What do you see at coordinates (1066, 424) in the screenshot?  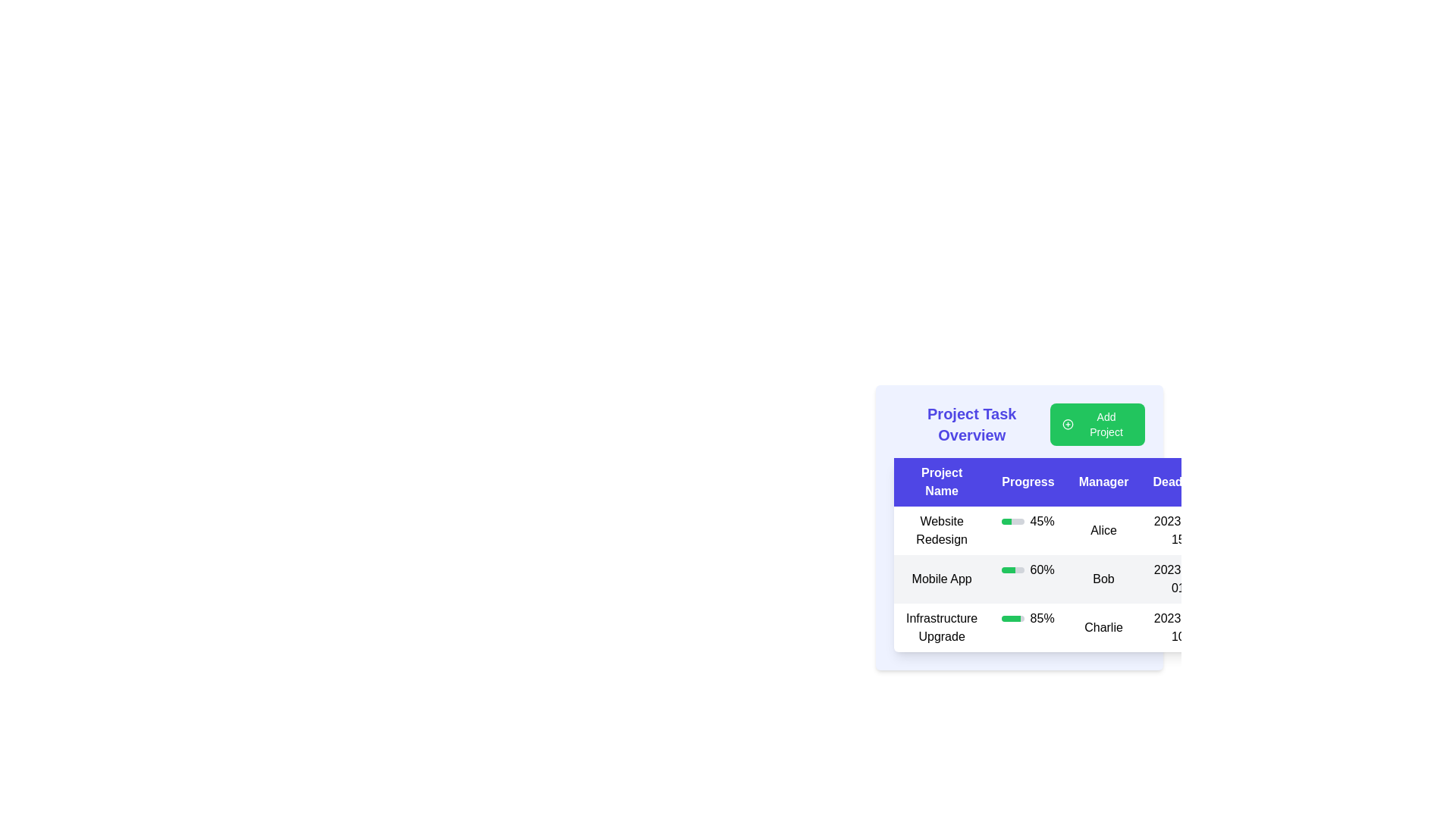 I see `the green plus sign icon located to the left of the 'Add Project' button in the top-right corner of the 'Project Task Overview' section` at bounding box center [1066, 424].